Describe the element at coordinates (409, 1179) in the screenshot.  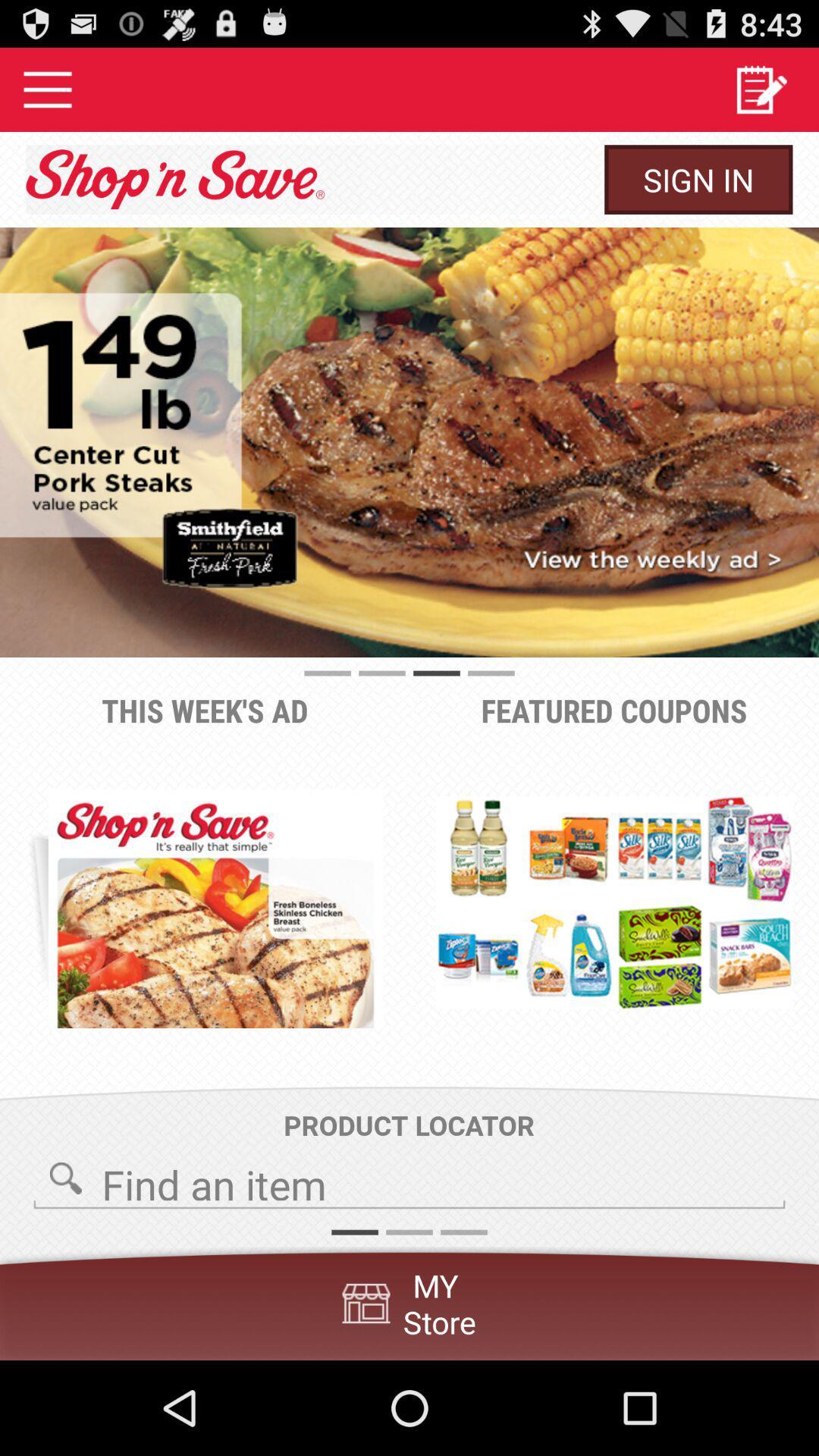
I see `find image and shop save` at that location.